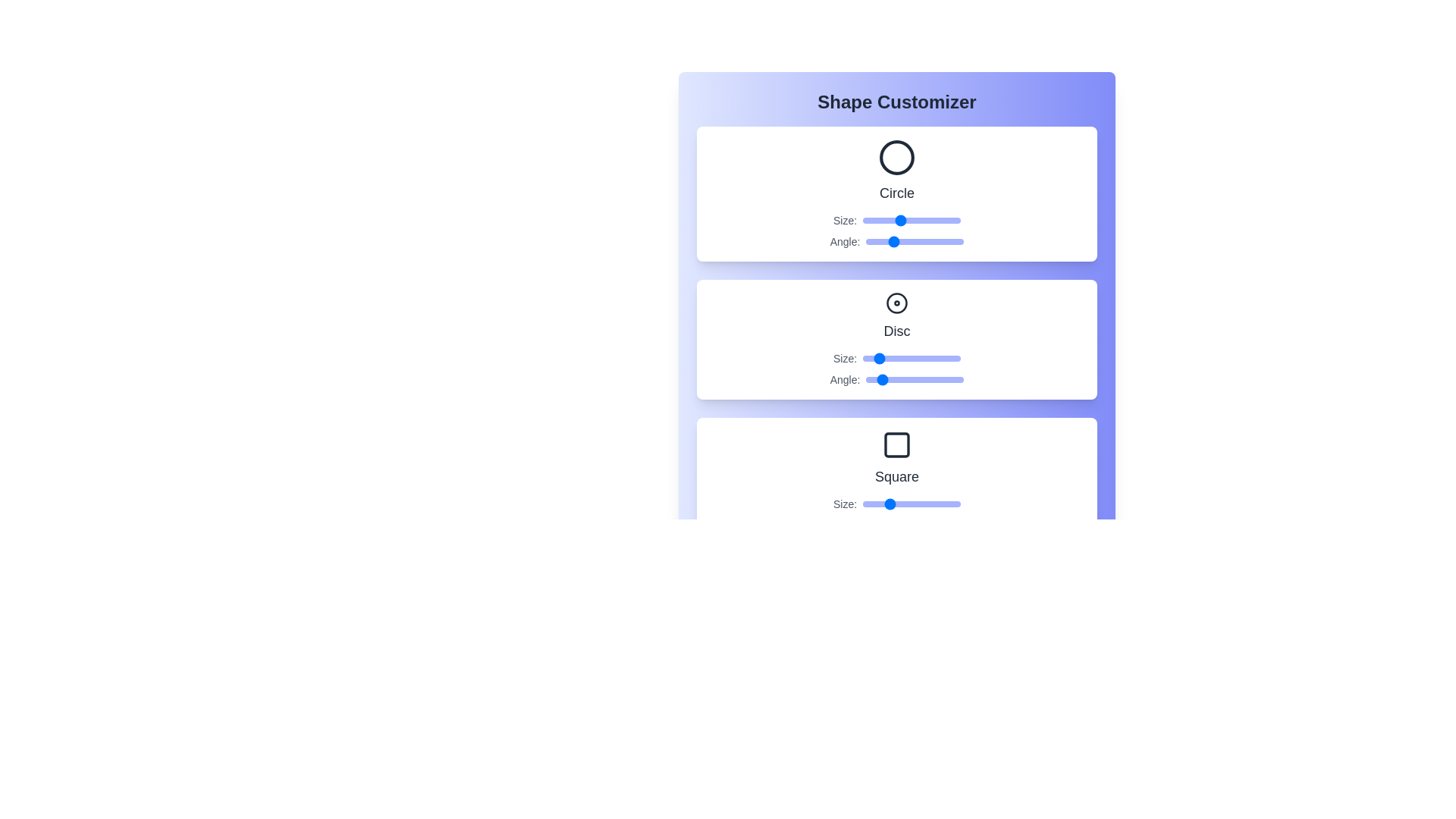 The image size is (1456, 819). I want to click on the Square's angle slider to 133 degrees, so click(902, 525).